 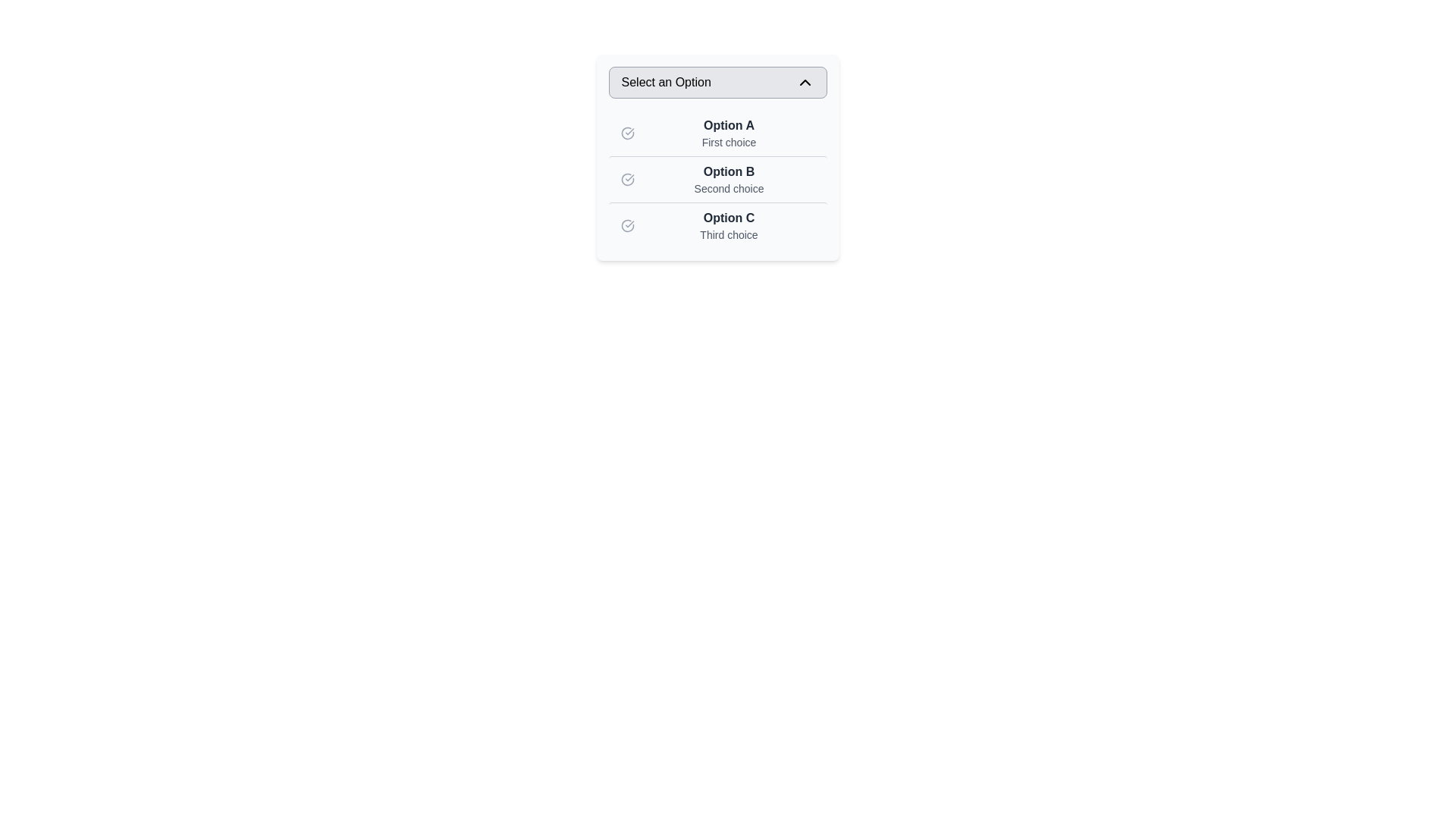 I want to click on the first list item titled 'Option A' with a checkmark icon, so click(x=717, y=133).